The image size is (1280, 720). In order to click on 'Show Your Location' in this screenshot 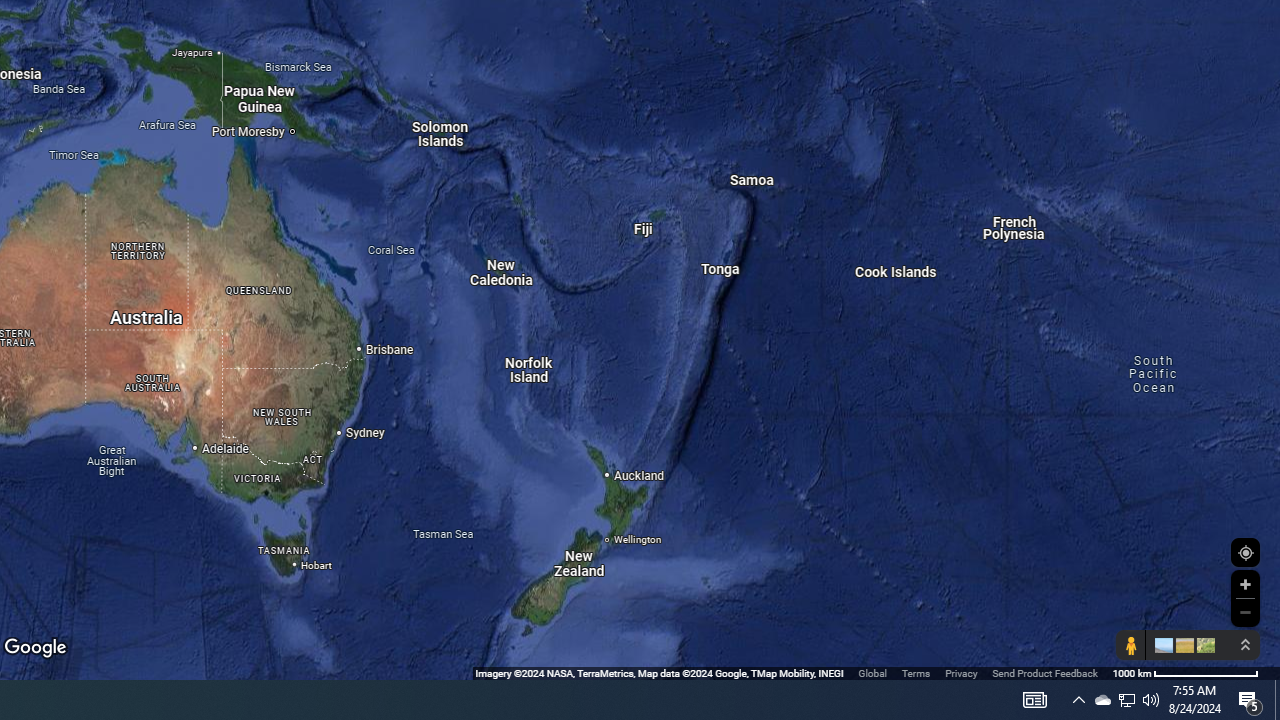, I will do `click(1244, 552)`.